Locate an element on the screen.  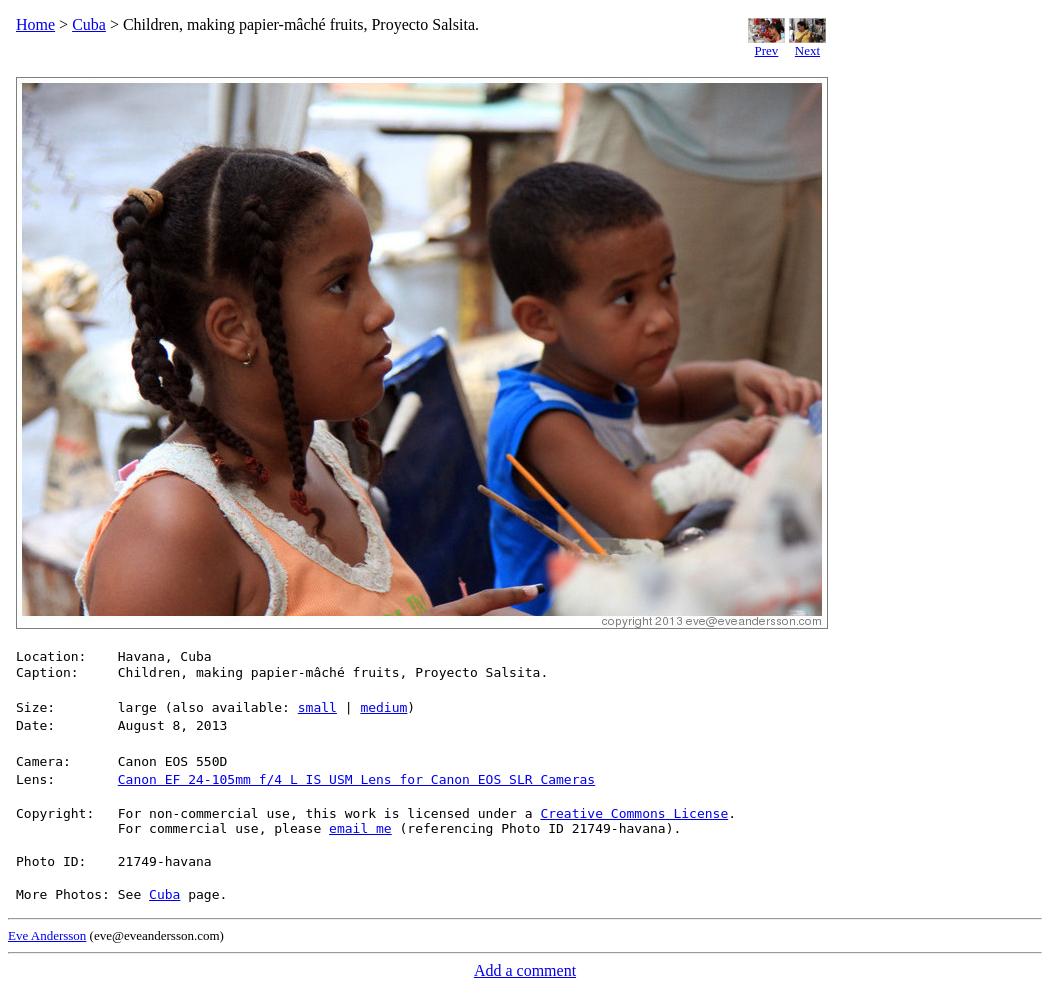
'Add a comment' is located at coordinates (523, 969).